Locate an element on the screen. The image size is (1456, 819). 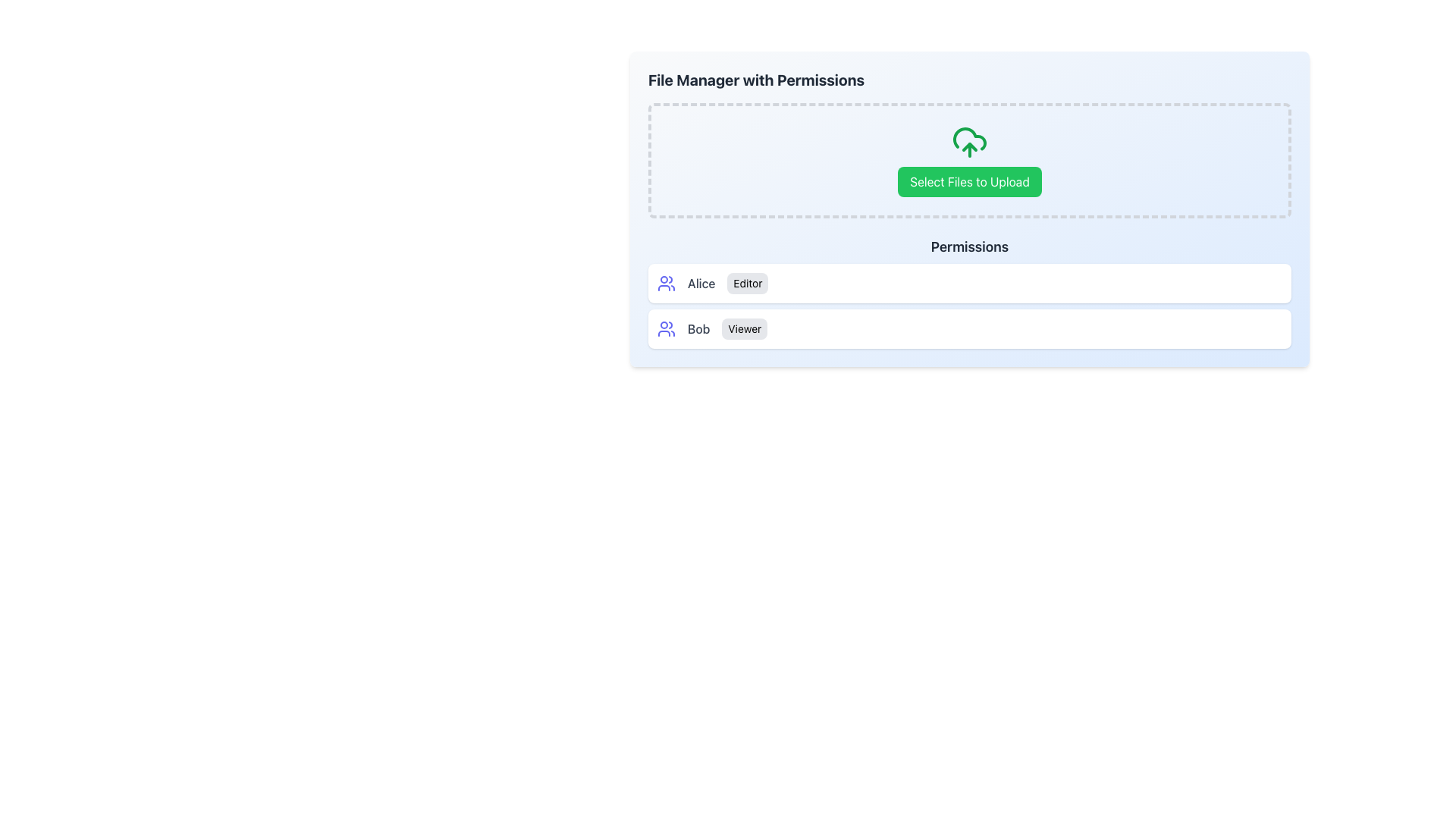
the static label displaying 'Editor' associated with the user 'Alice' in the permissions interface is located at coordinates (748, 284).